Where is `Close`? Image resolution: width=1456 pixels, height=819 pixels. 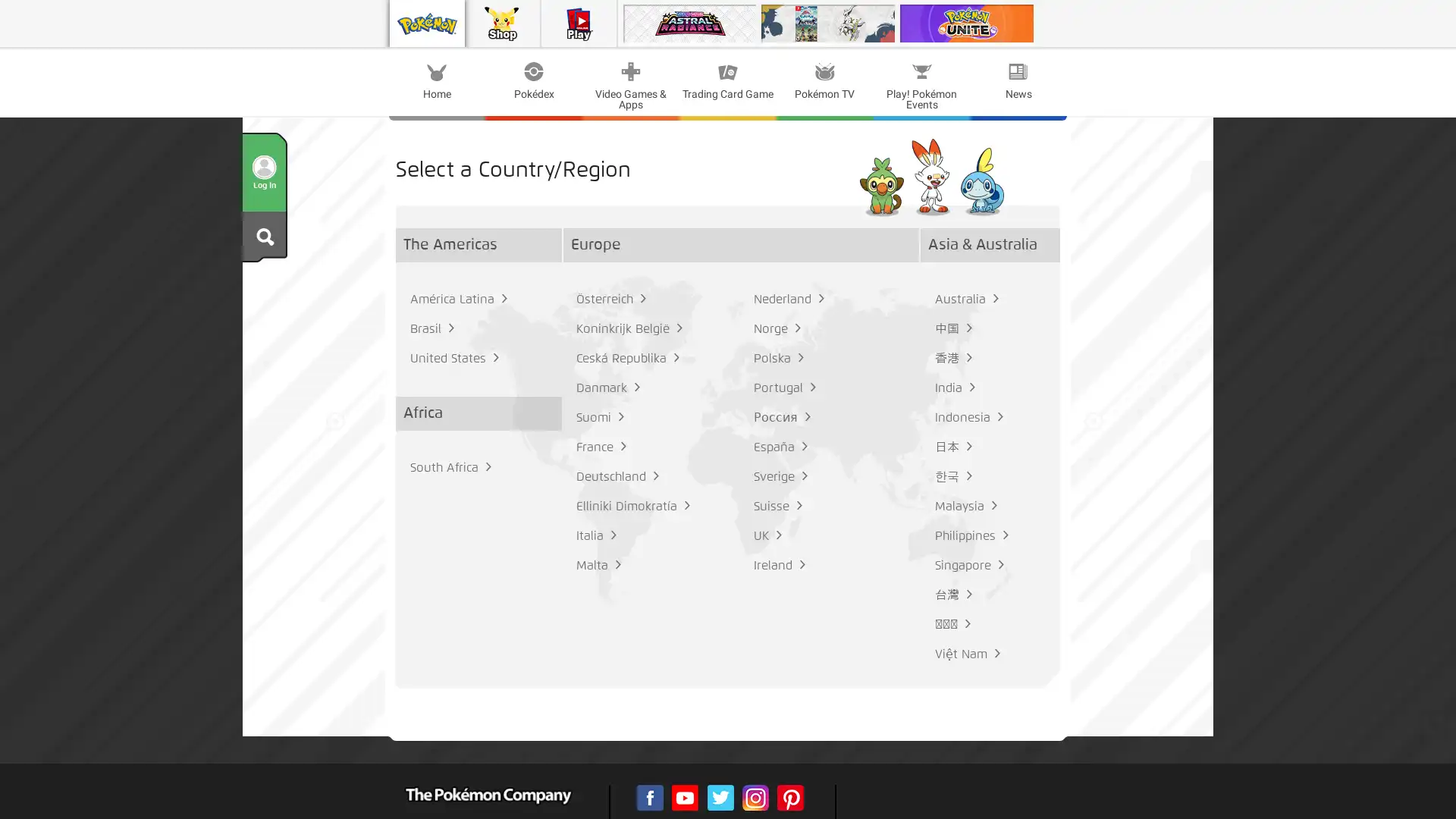 Close is located at coordinates (957, 99).